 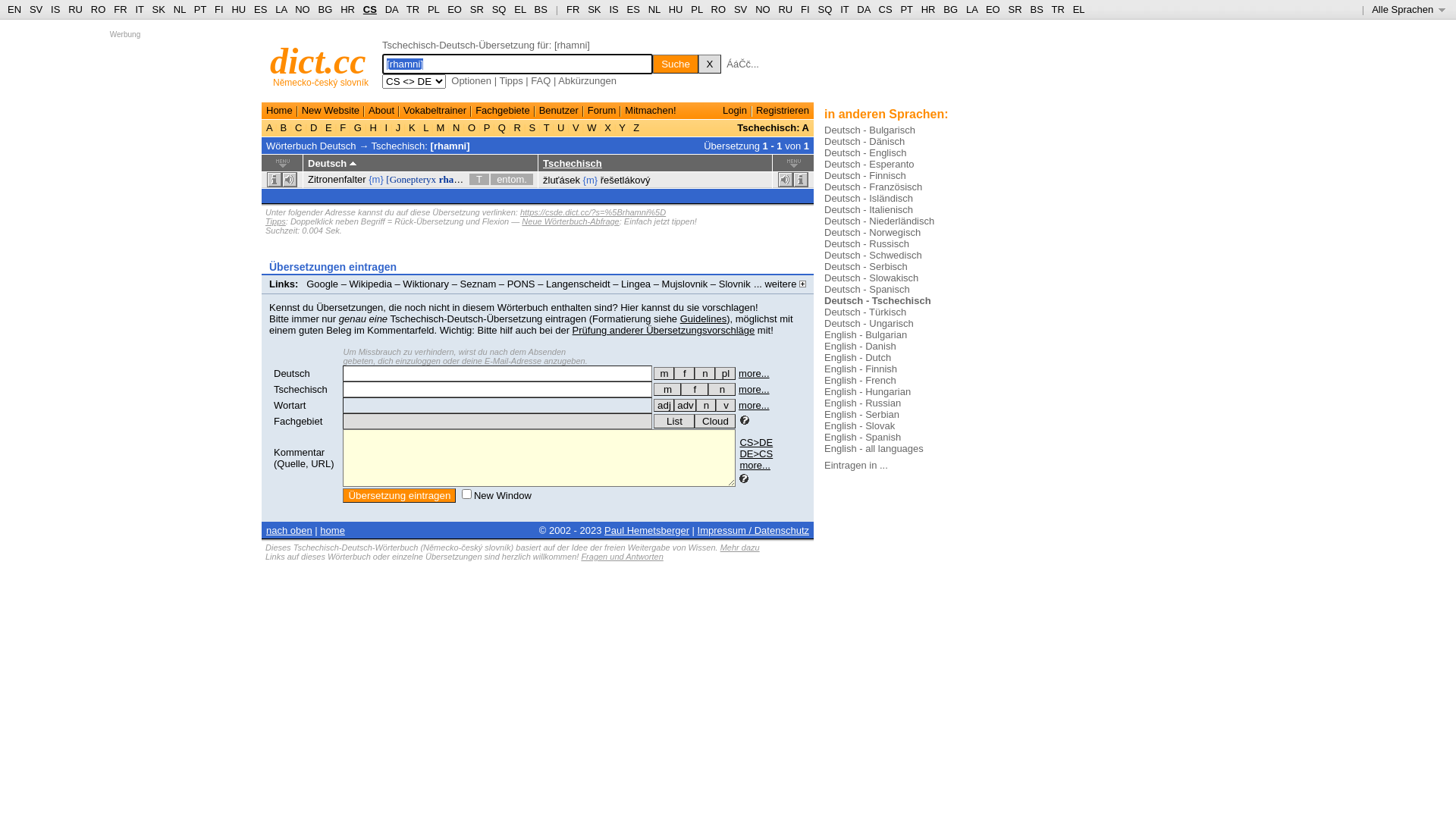 I want to click on 'IT', so click(x=843, y=9).